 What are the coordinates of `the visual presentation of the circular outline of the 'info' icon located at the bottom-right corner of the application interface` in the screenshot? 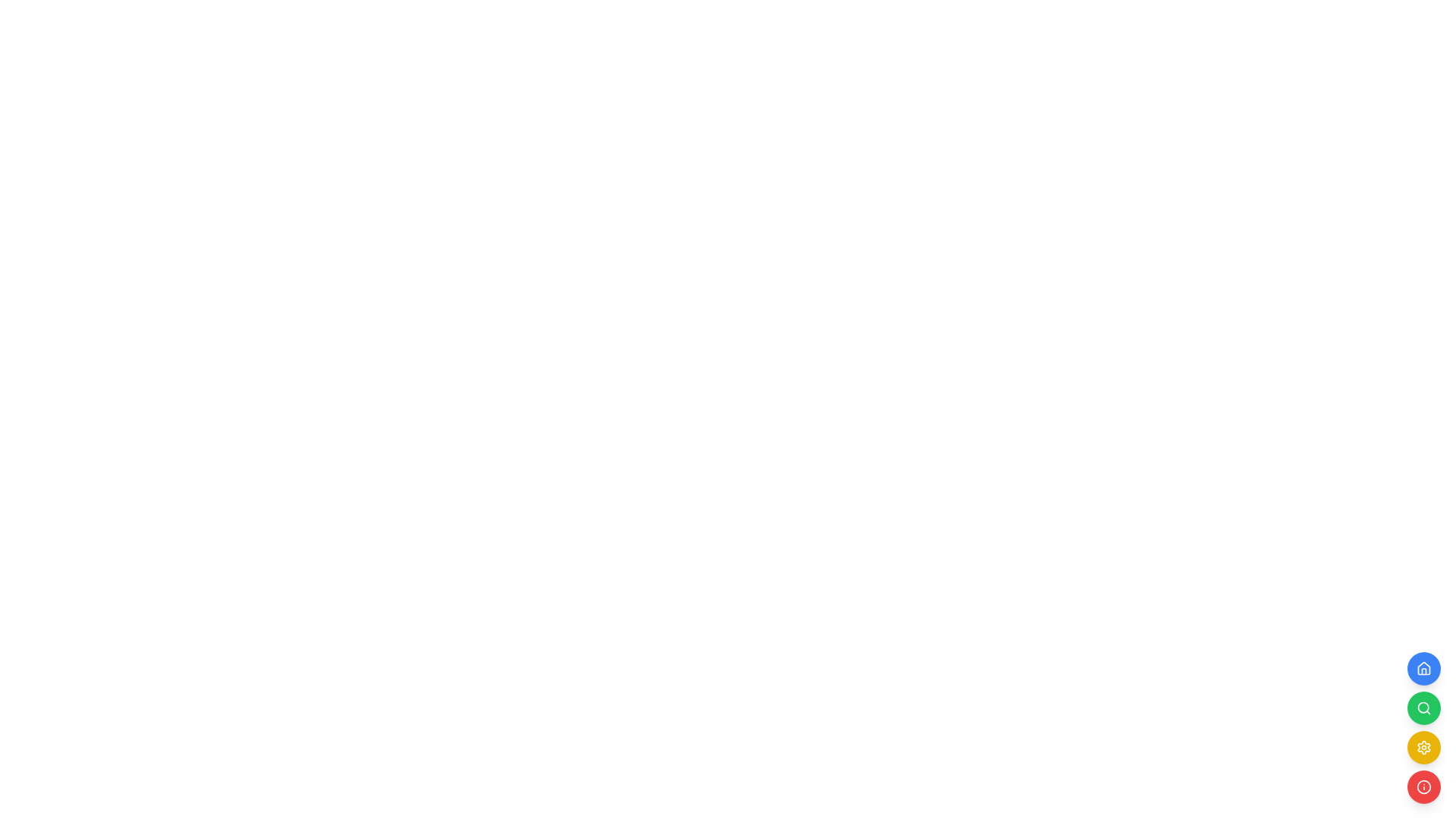 It's located at (1423, 786).